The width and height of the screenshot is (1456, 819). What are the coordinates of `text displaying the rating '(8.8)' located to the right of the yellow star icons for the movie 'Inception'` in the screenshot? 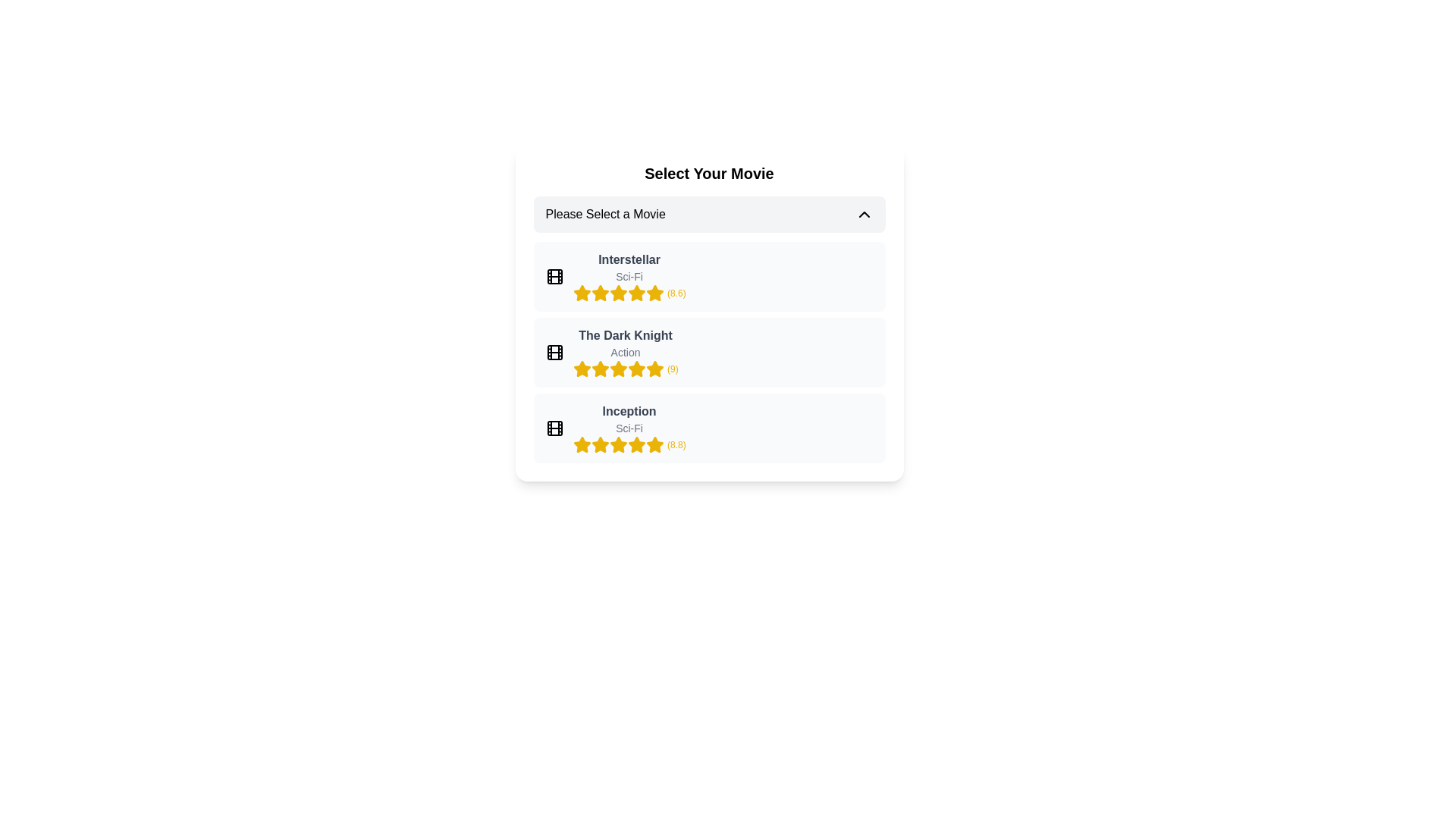 It's located at (676, 444).